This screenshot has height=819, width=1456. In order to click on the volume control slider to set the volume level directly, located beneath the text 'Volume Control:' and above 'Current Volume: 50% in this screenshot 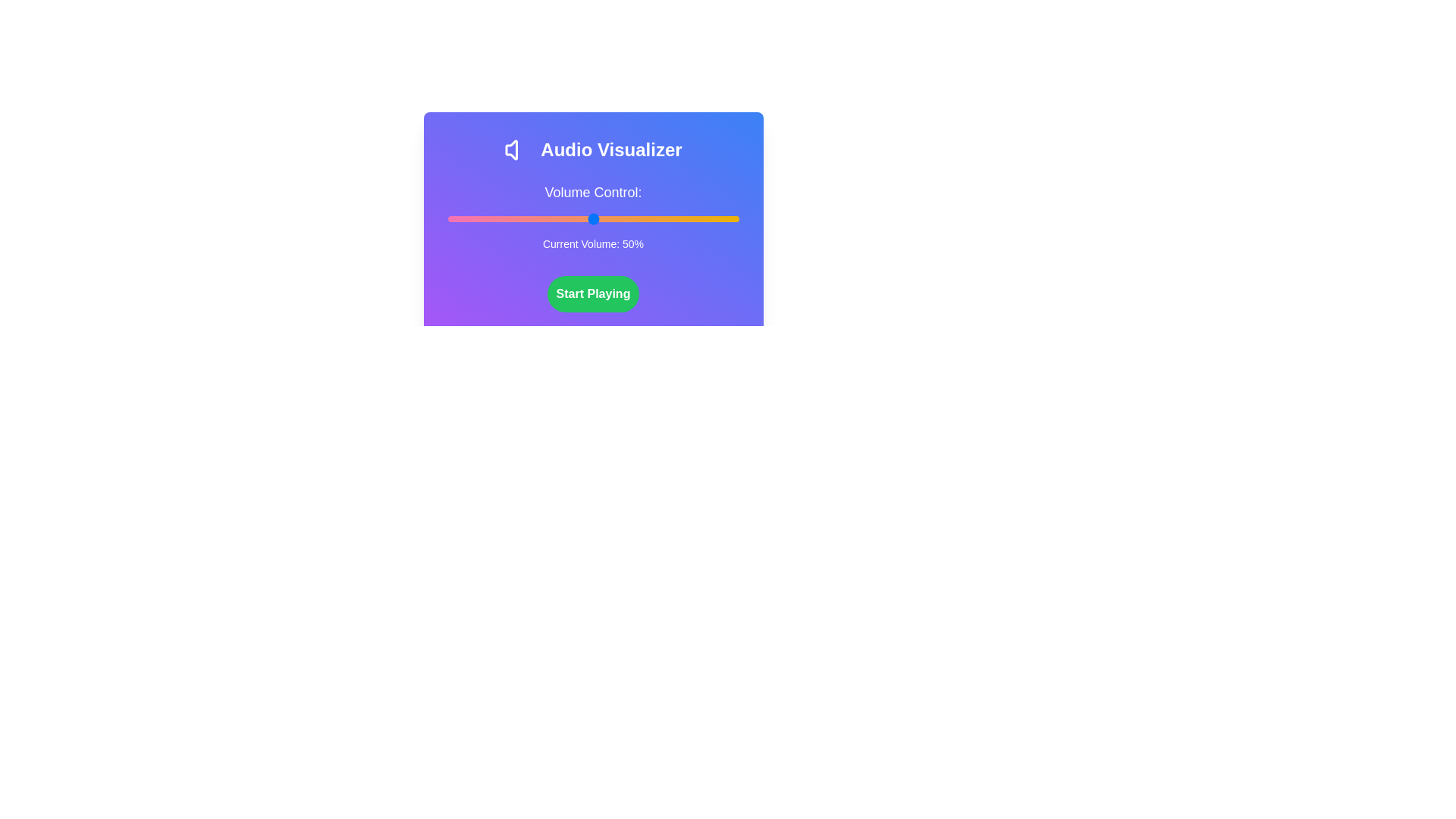, I will do `click(592, 219)`.